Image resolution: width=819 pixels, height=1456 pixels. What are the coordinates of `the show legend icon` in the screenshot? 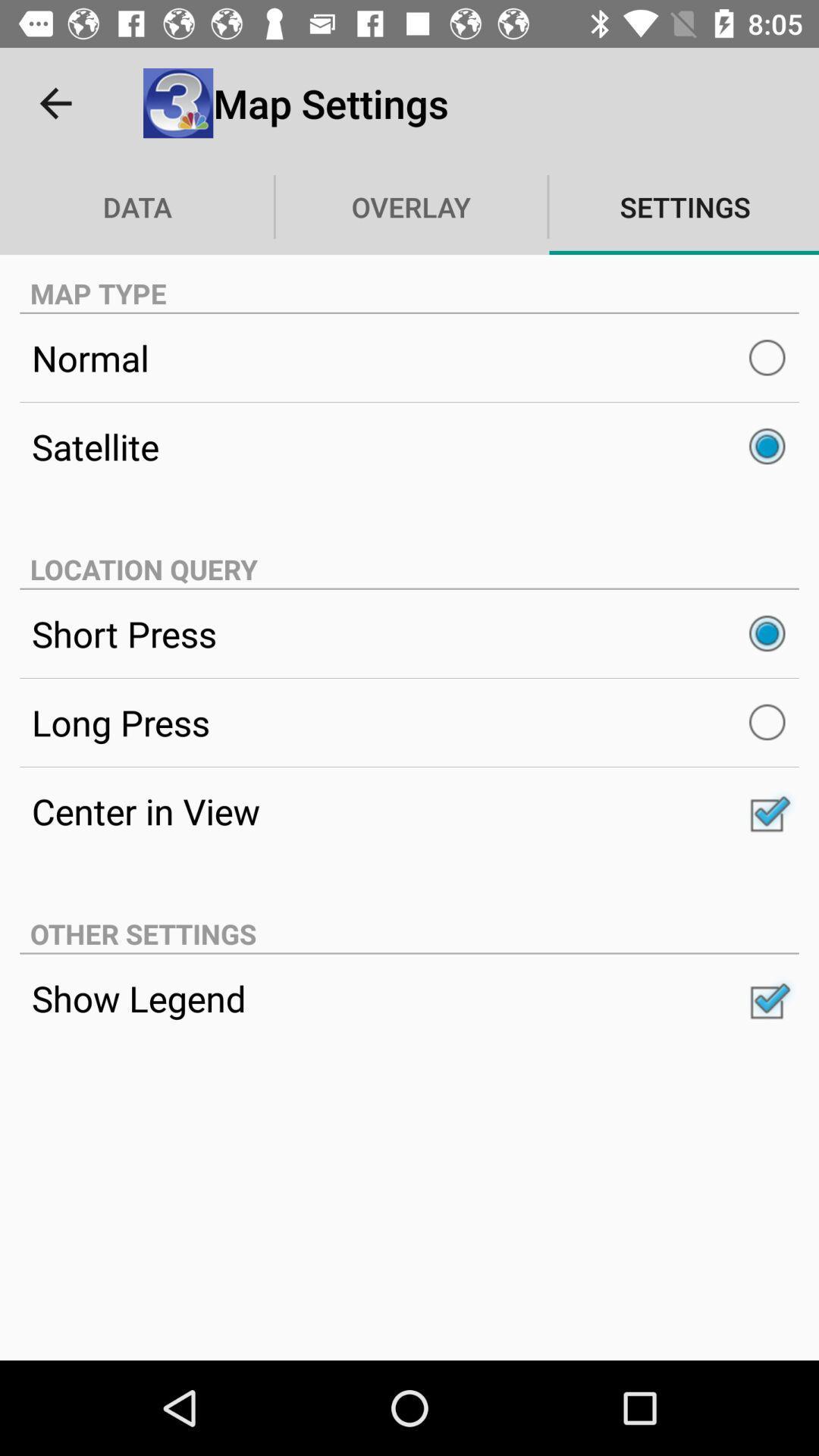 It's located at (409, 998).